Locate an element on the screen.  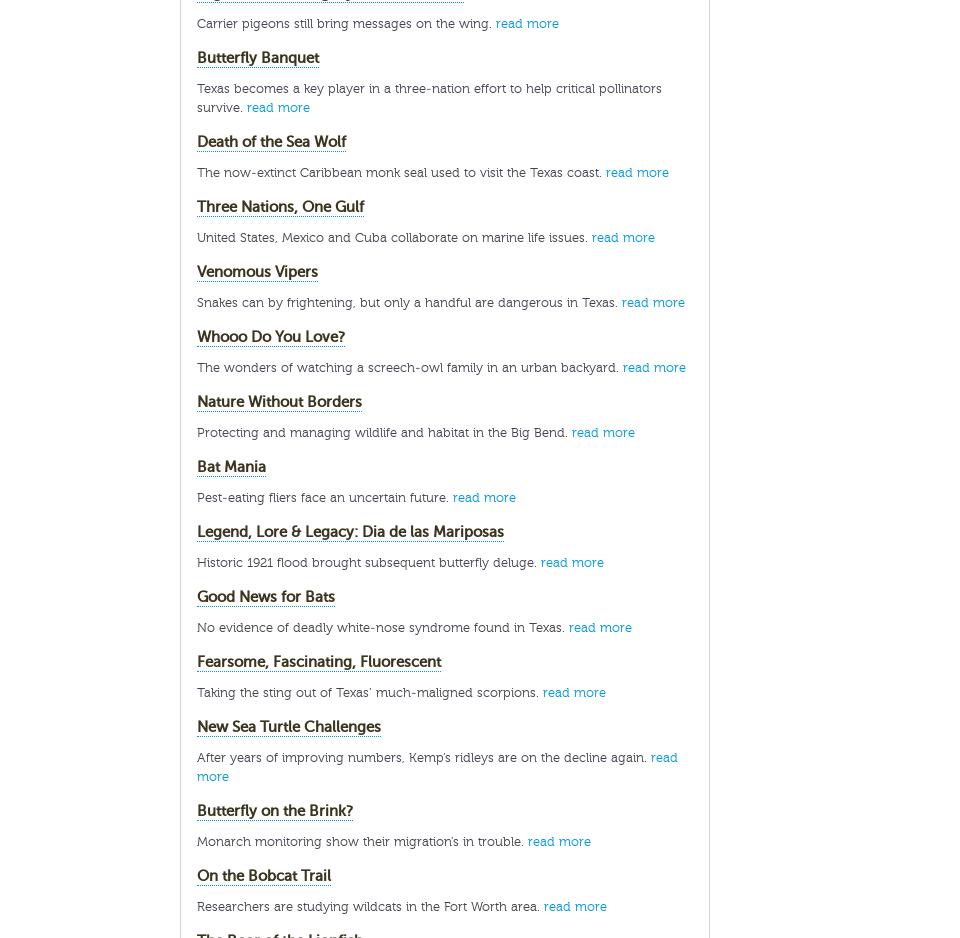
'The wonders of watching a screech-owl family in an urban backyard.' is located at coordinates (409, 367).